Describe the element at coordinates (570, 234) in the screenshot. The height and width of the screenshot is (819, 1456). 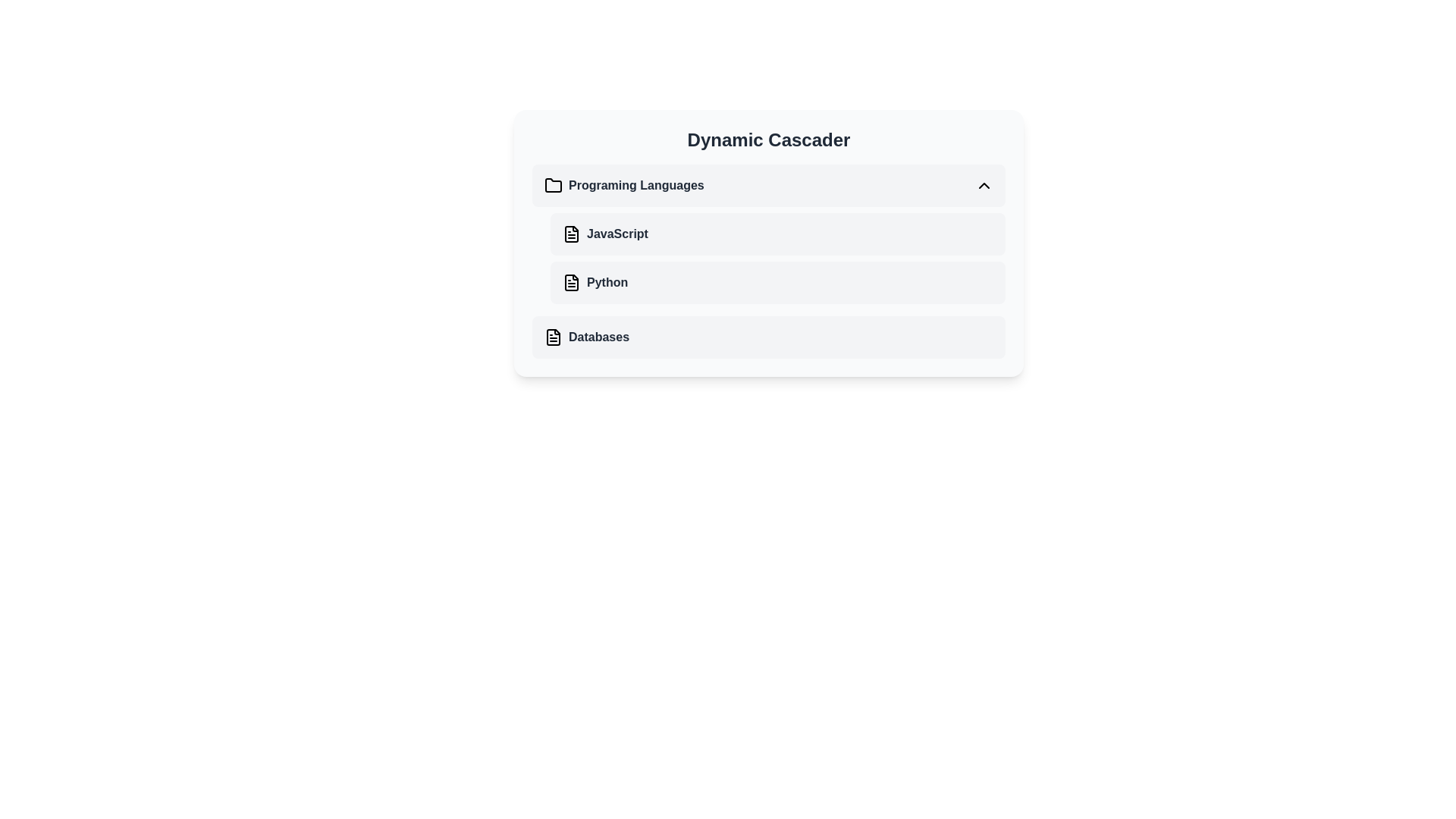
I see `the document icon, which is a black and white rectangular representation with a fold at the top corner, located to the left of the 'JavaScript' label` at that location.